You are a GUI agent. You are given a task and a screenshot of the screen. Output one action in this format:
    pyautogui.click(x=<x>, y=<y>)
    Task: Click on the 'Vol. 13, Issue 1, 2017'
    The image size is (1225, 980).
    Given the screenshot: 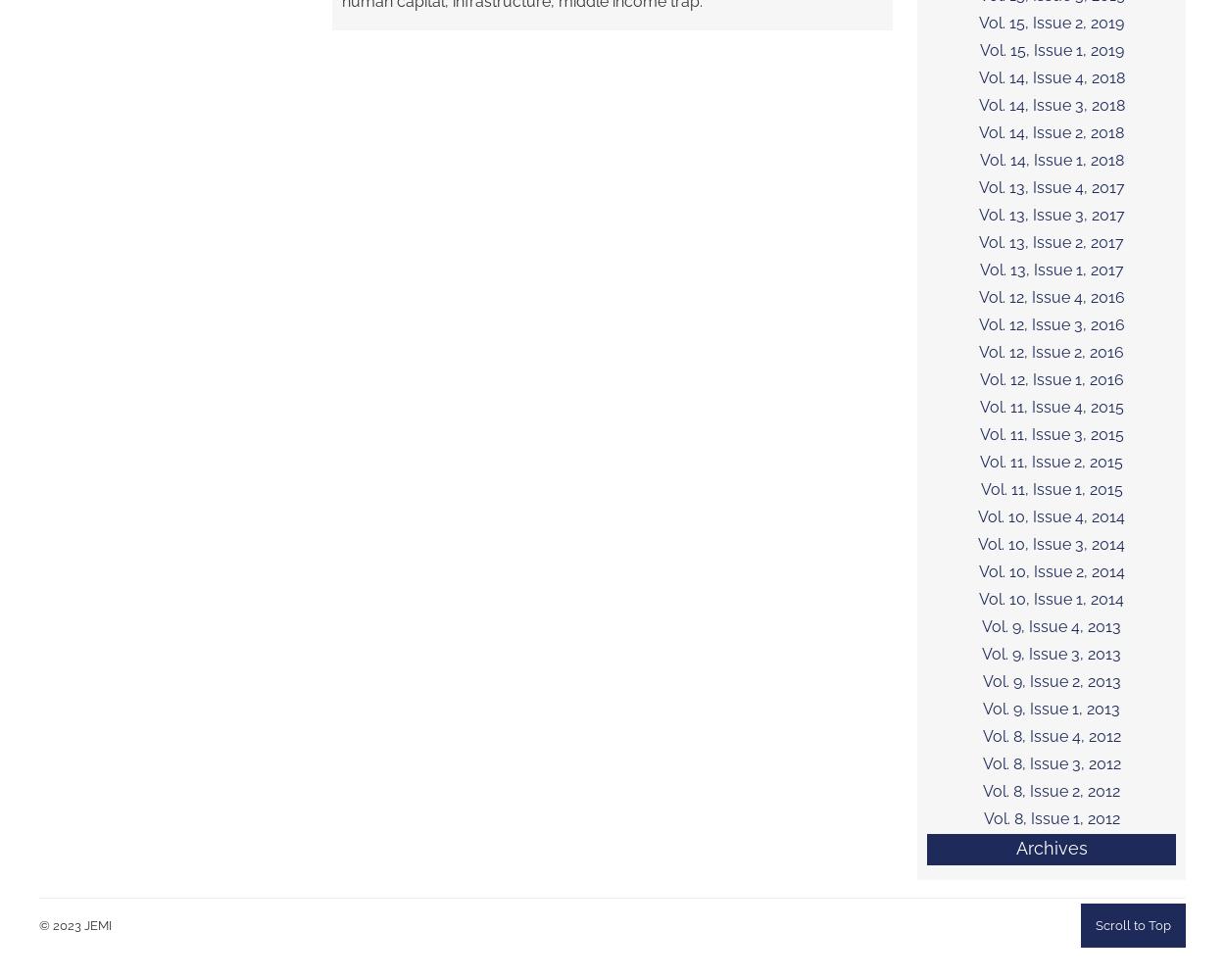 What is the action you would take?
    pyautogui.click(x=1050, y=269)
    